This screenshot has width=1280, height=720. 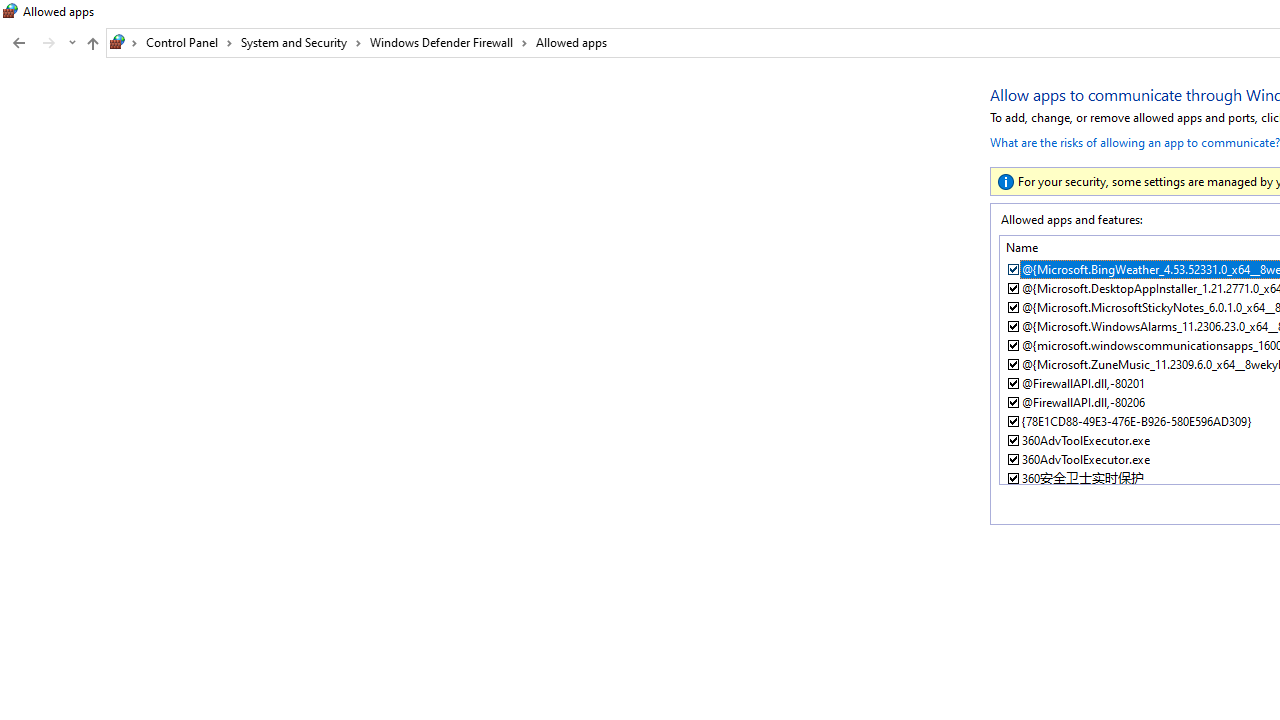 What do you see at coordinates (91, 43) in the screenshot?
I see `'Up to "Windows Defender Firewall" (Alt + Up Arrow)'` at bounding box center [91, 43].